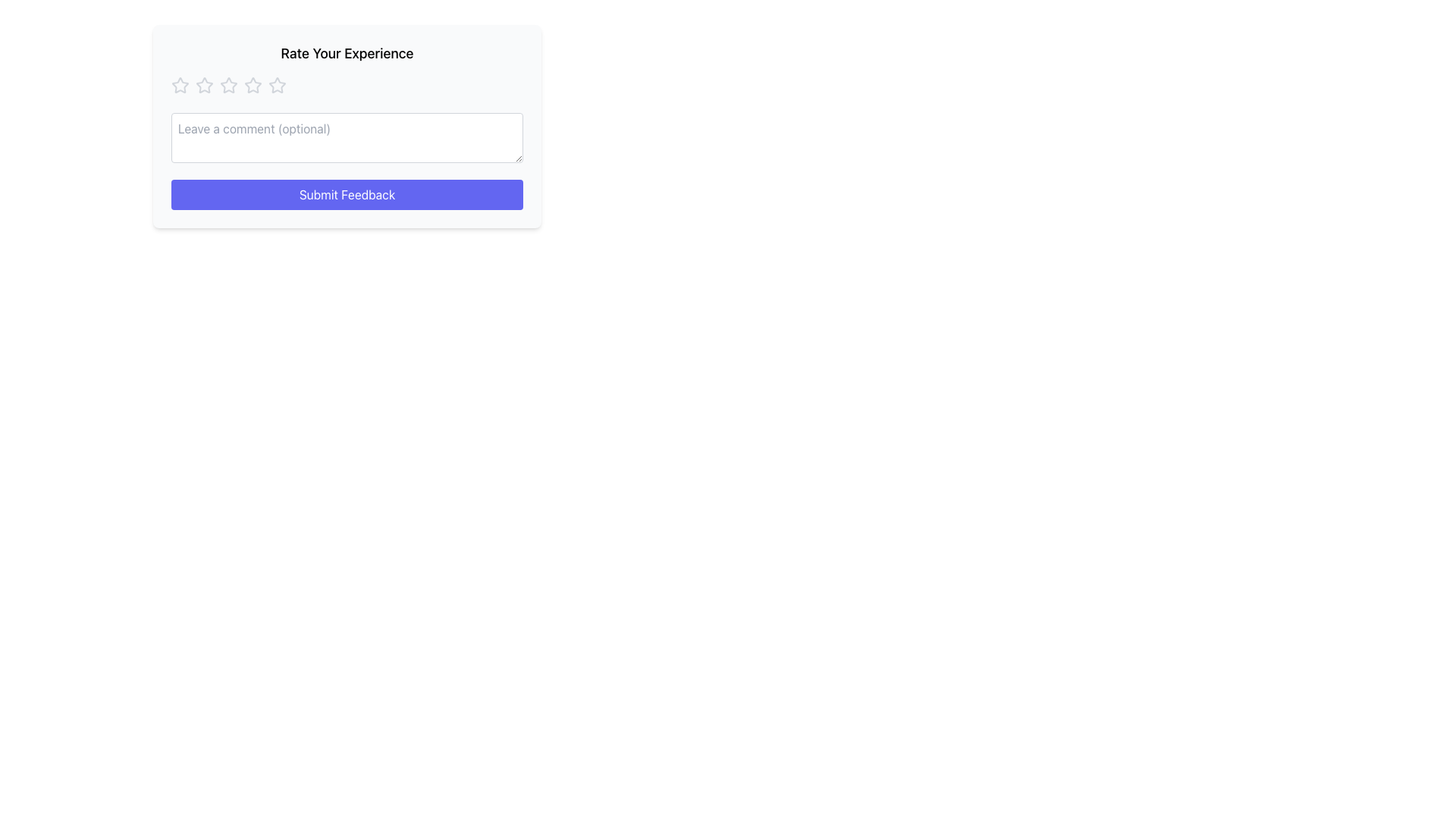 This screenshot has height=819, width=1456. Describe the element at coordinates (180, 85) in the screenshot. I see `the first star icon in the rating system to indicate a single-star rating` at that location.